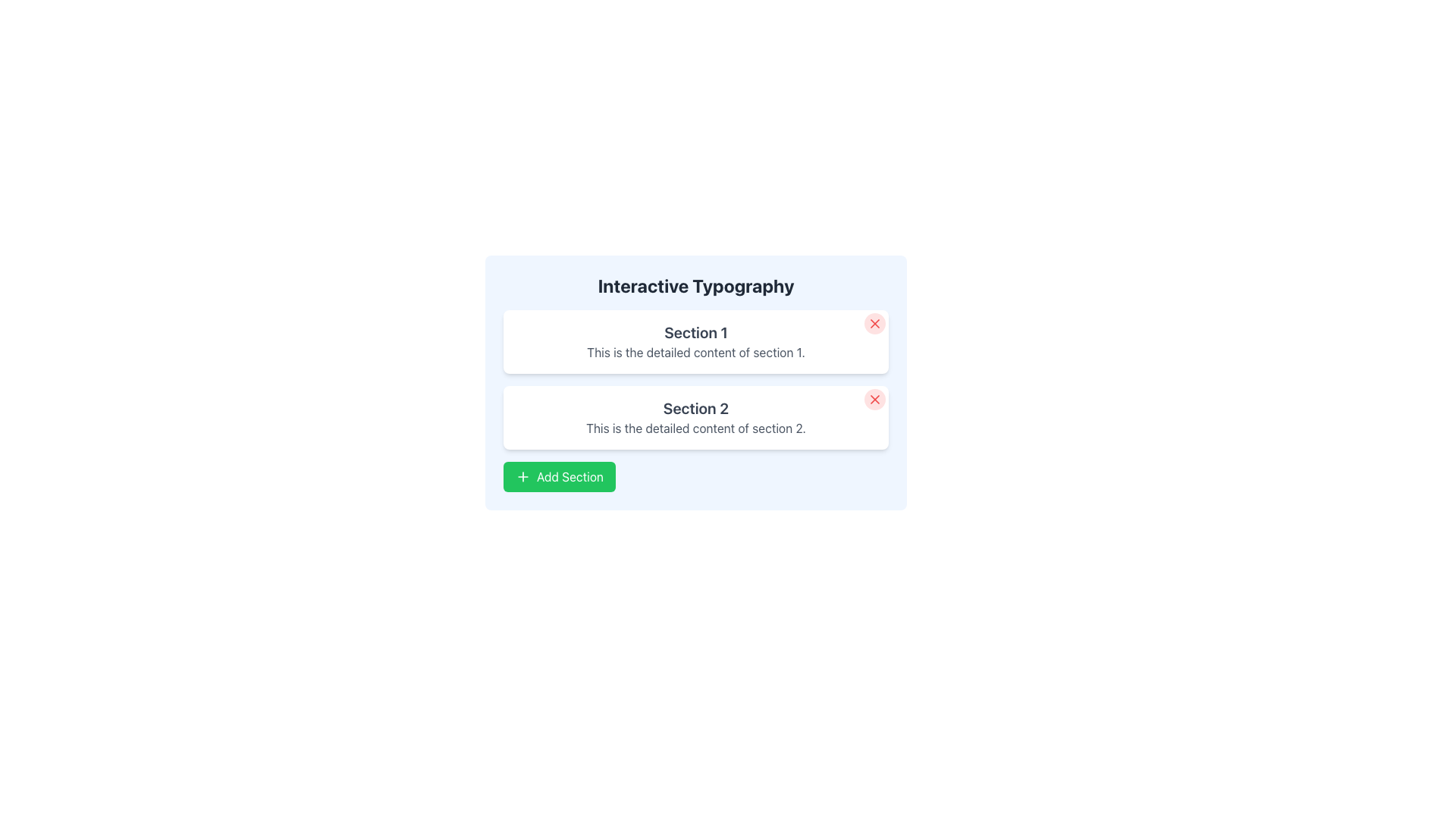 The height and width of the screenshot is (819, 1456). I want to click on text of the heading that reads 'Section 2' which is styled in a large bold dark gray font and positioned above the detailed content description of Section 2, so click(695, 408).